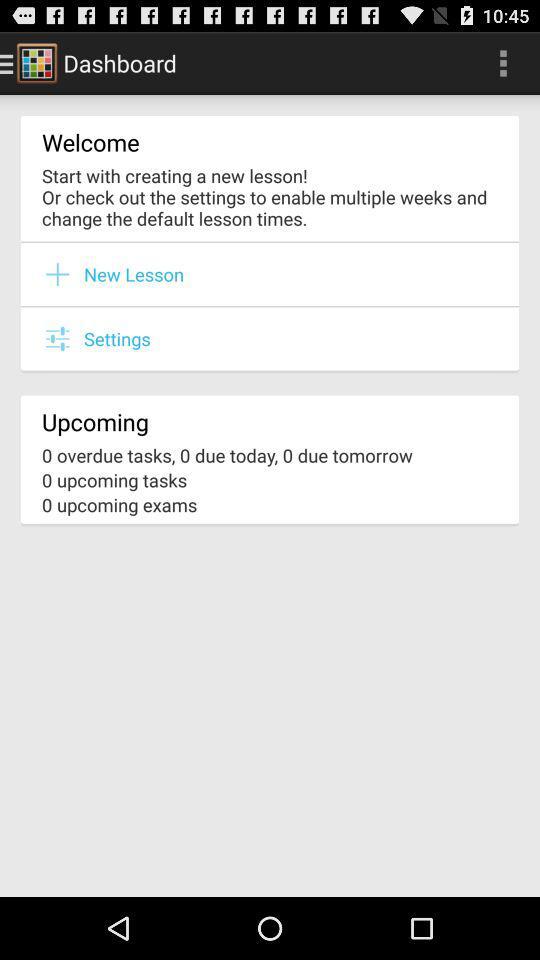 The width and height of the screenshot is (540, 960). Describe the element at coordinates (270, 196) in the screenshot. I see `the item below welcome item` at that location.